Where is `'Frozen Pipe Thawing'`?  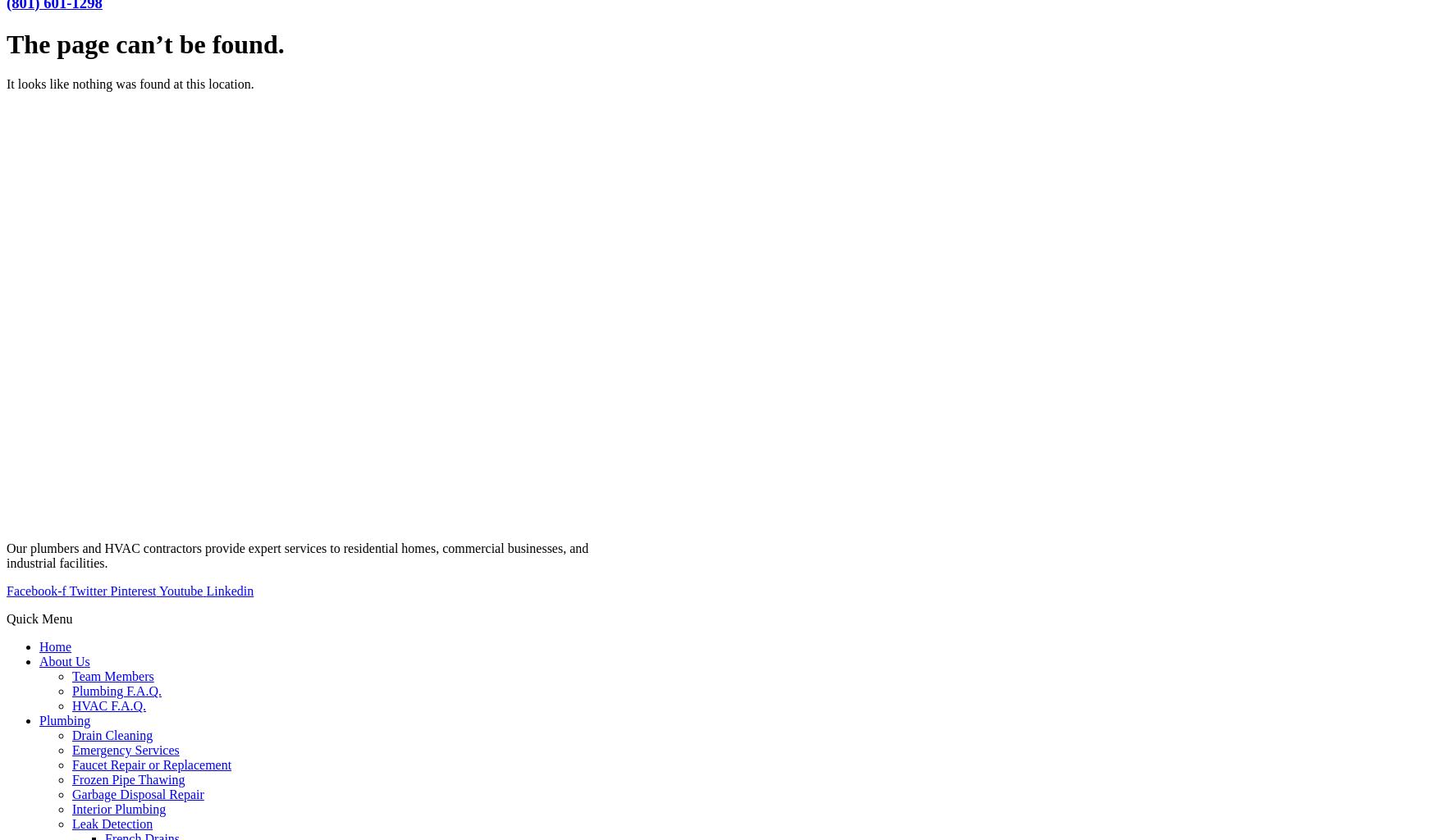 'Frozen Pipe Thawing' is located at coordinates (71, 779).